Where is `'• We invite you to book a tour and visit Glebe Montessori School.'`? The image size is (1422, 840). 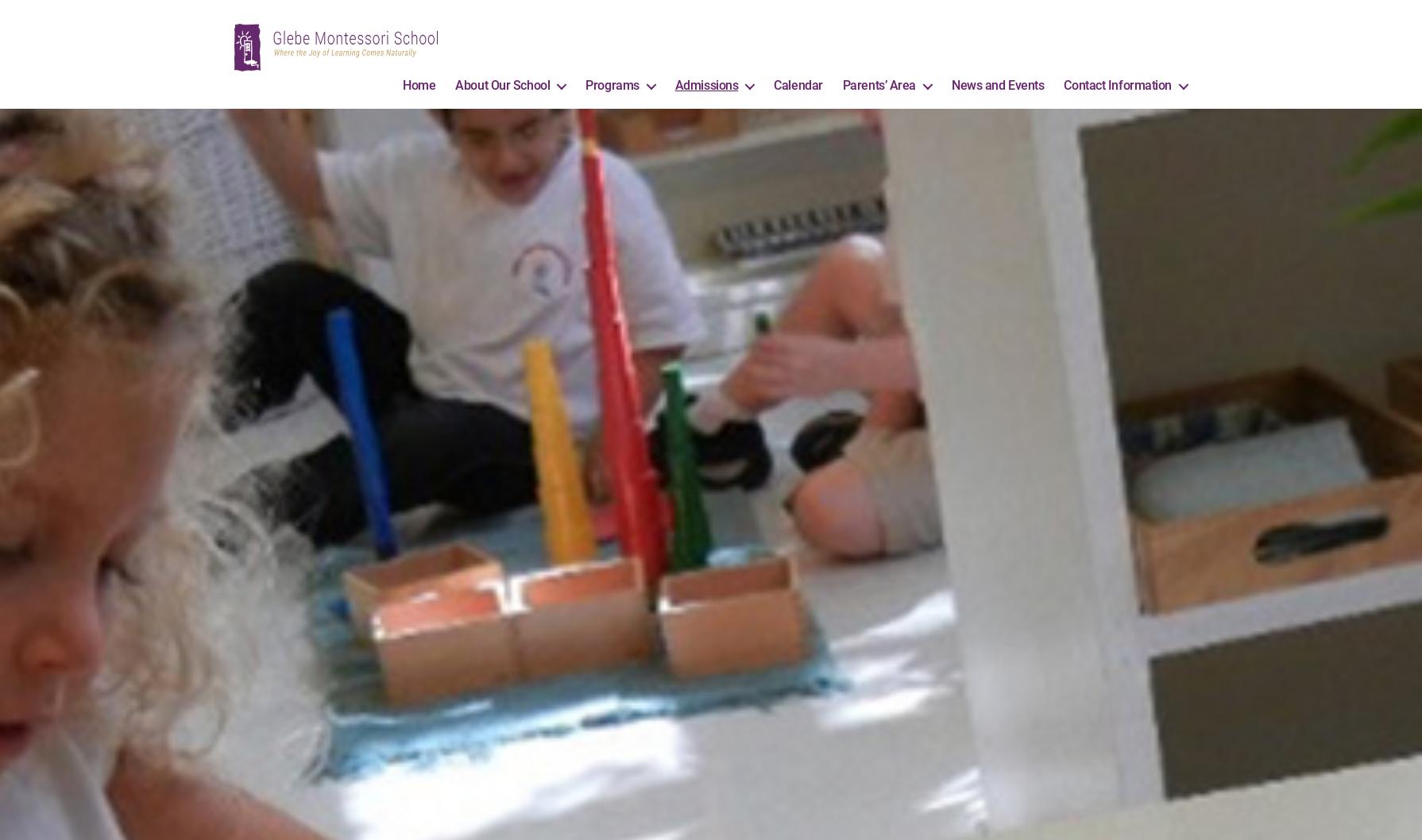 '• We invite you to book a tour and visit Glebe Montessori School.' is located at coordinates (709, 13).